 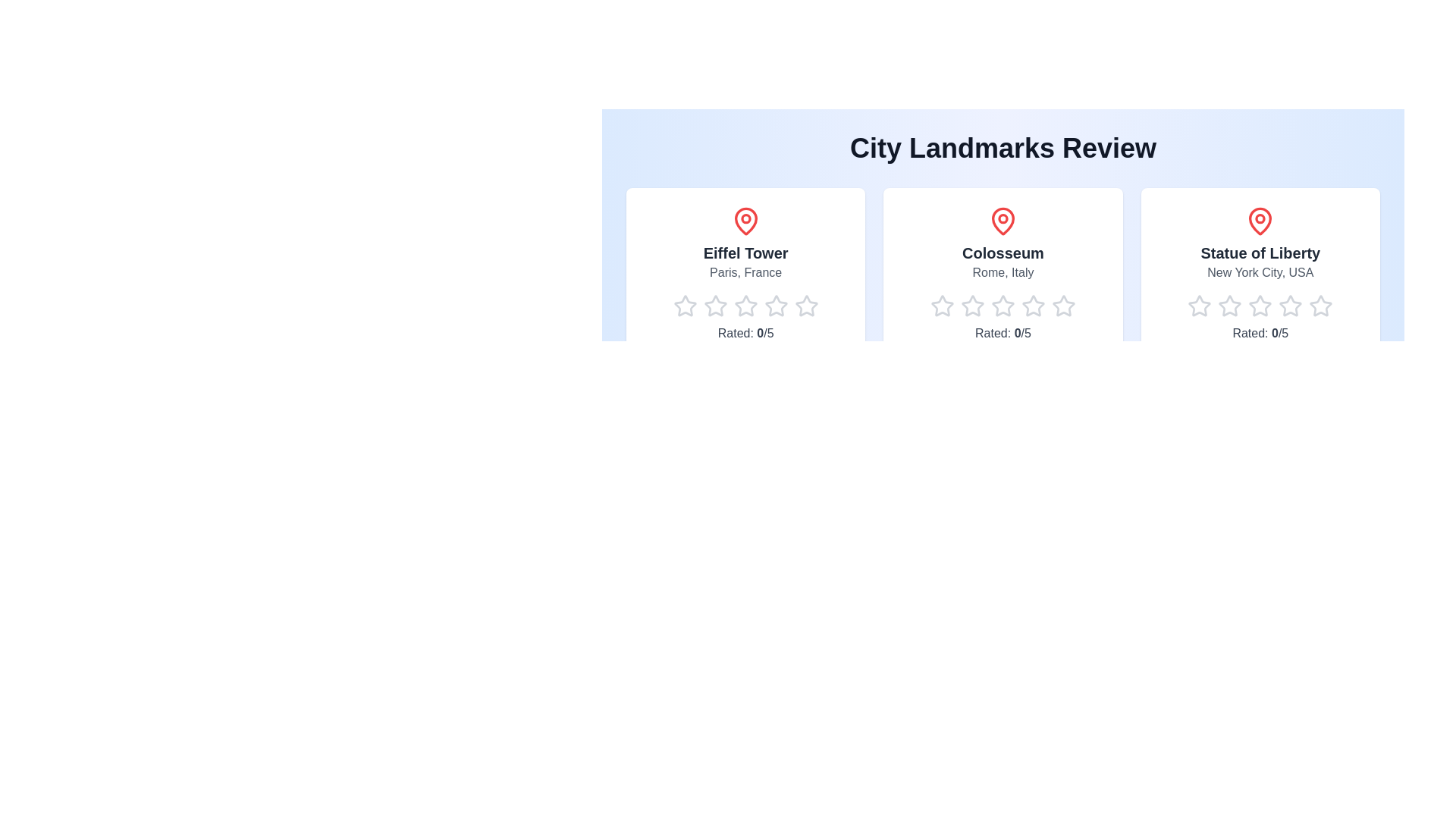 What do you see at coordinates (793, 306) in the screenshot?
I see `the star corresponding to 5 for the landmark Eiffel Tower` at bounding box center [793, 306].